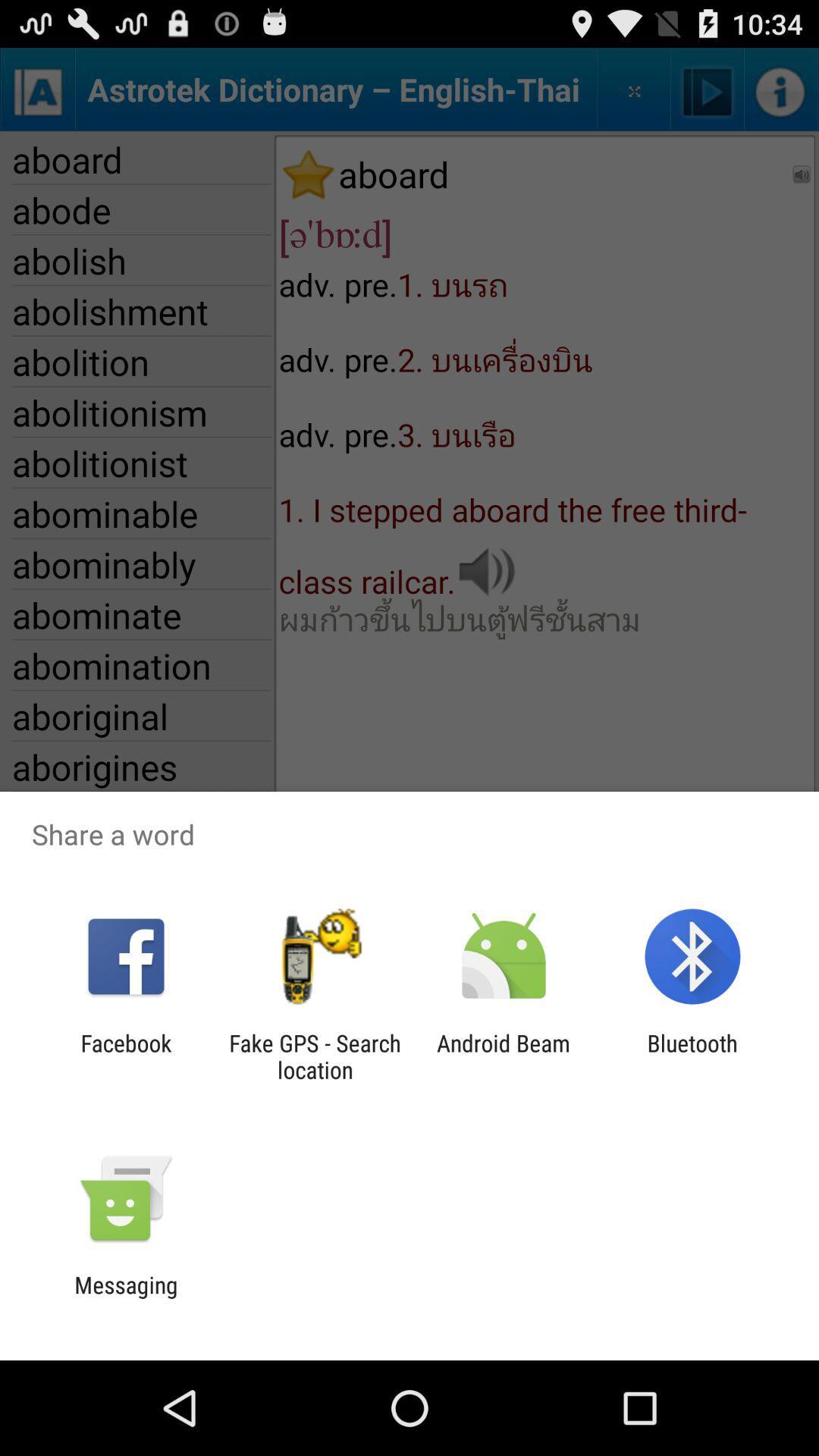  Describe the element at coordinates (504, 1056) in the screenshot. I see `the android beam` at that location.